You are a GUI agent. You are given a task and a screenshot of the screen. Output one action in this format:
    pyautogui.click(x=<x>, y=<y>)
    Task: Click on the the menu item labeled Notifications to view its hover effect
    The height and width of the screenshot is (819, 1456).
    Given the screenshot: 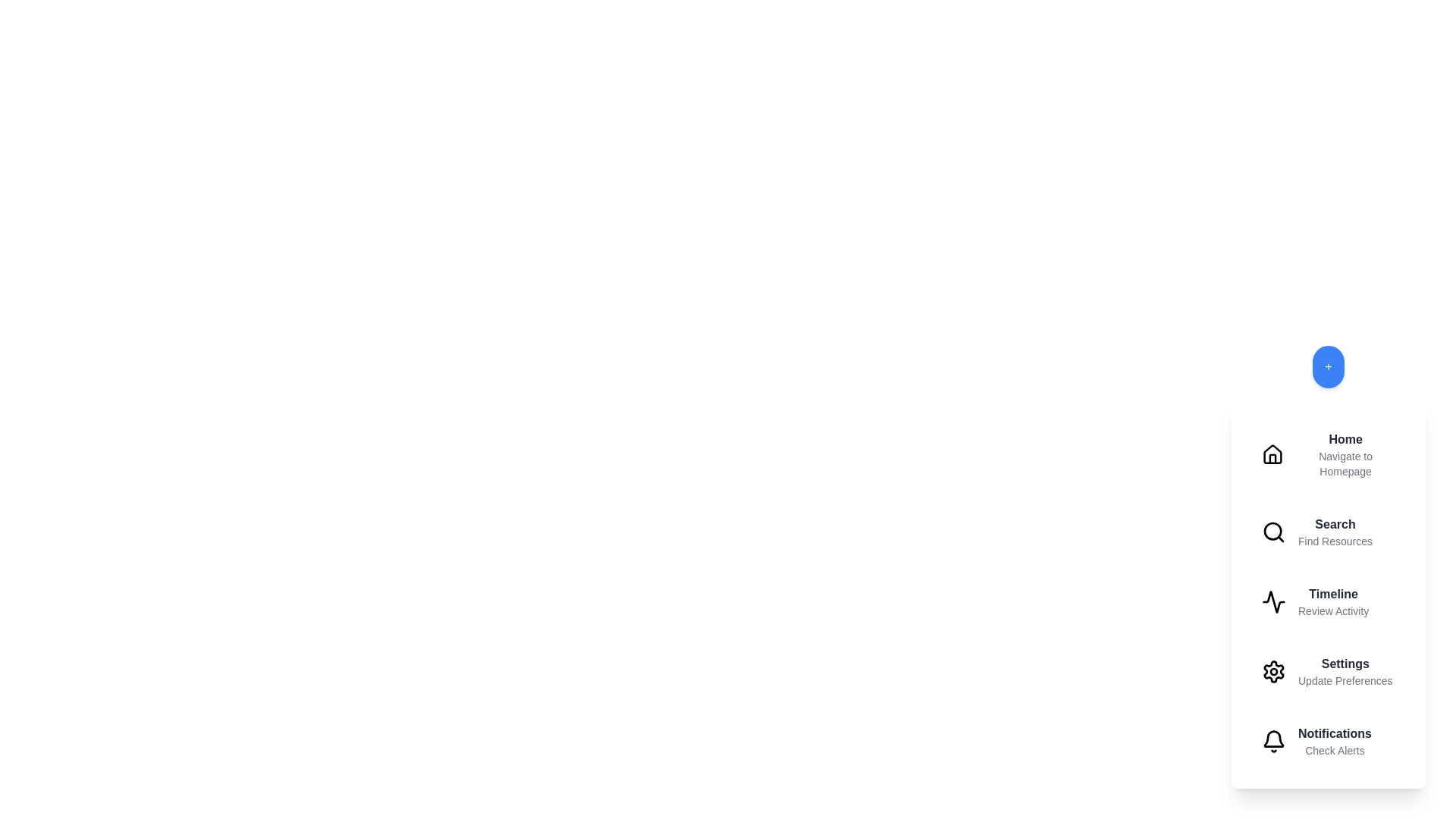 What is the action you would take?
    pyautogui.click(x=1328, y=741)
    